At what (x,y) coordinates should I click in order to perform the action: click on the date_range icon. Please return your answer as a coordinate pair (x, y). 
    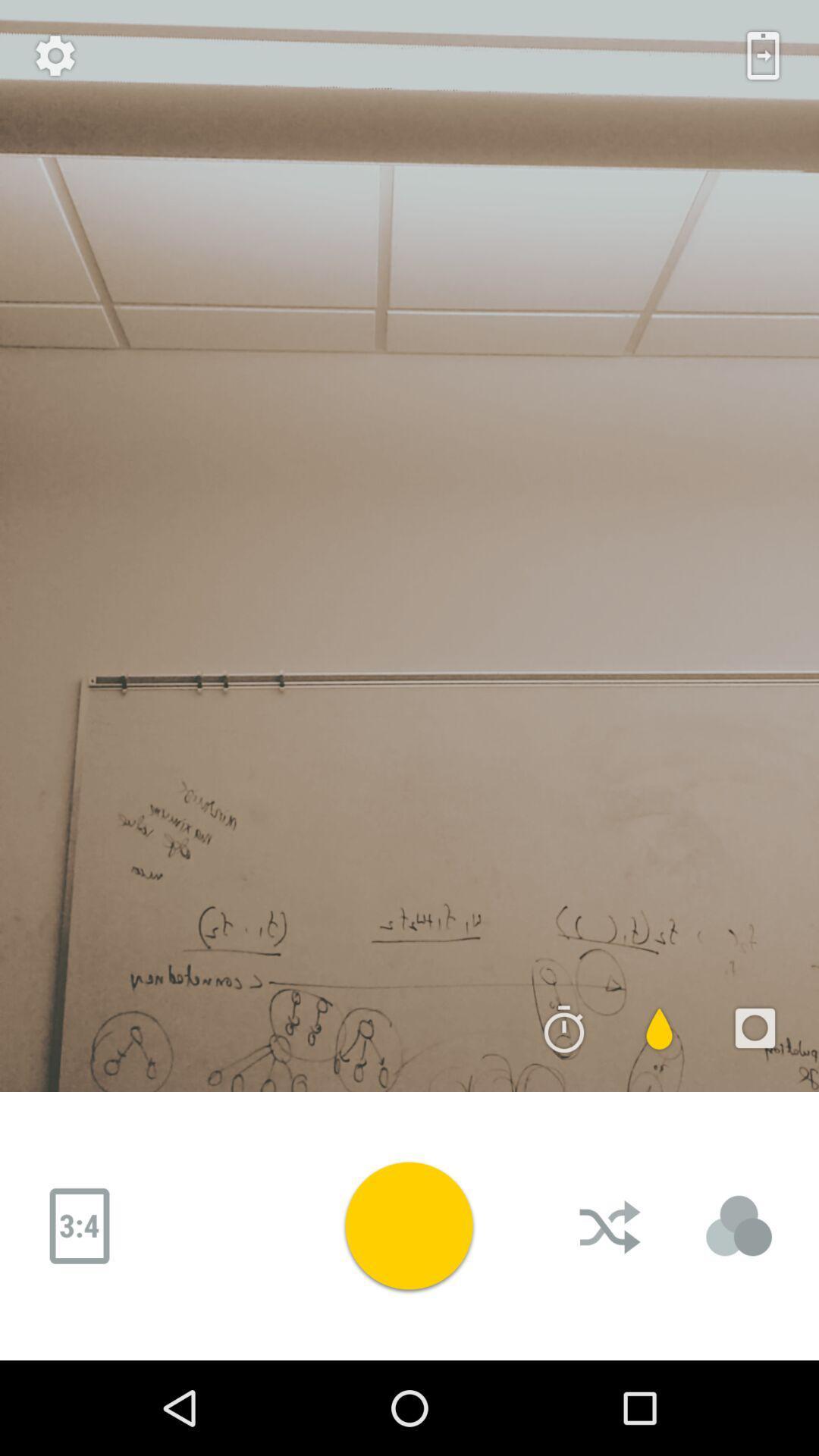
    Looking at the image, I should click on (763, 55).